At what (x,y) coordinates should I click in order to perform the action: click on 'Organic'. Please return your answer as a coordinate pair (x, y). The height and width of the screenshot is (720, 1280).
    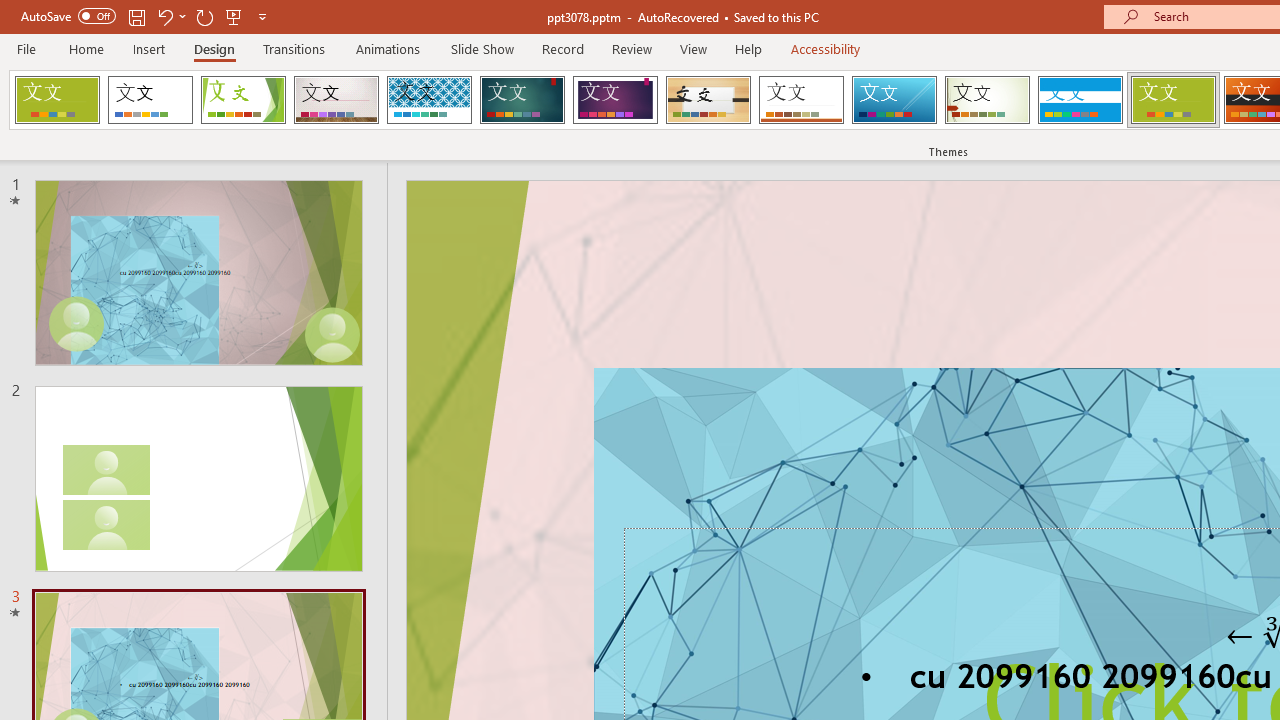
    Looking at the image, I should click on (708, 100).